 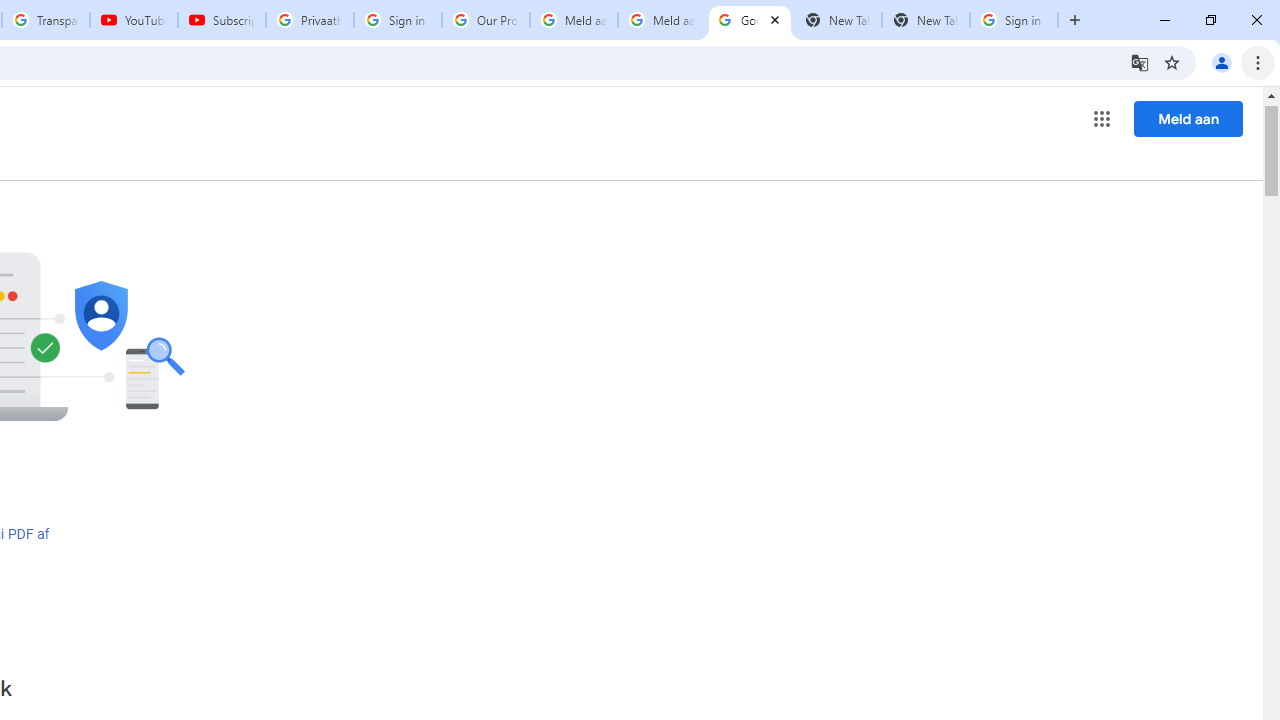 I want to click on 'Subscriptions - YouTube', so click(x=222, y=20).